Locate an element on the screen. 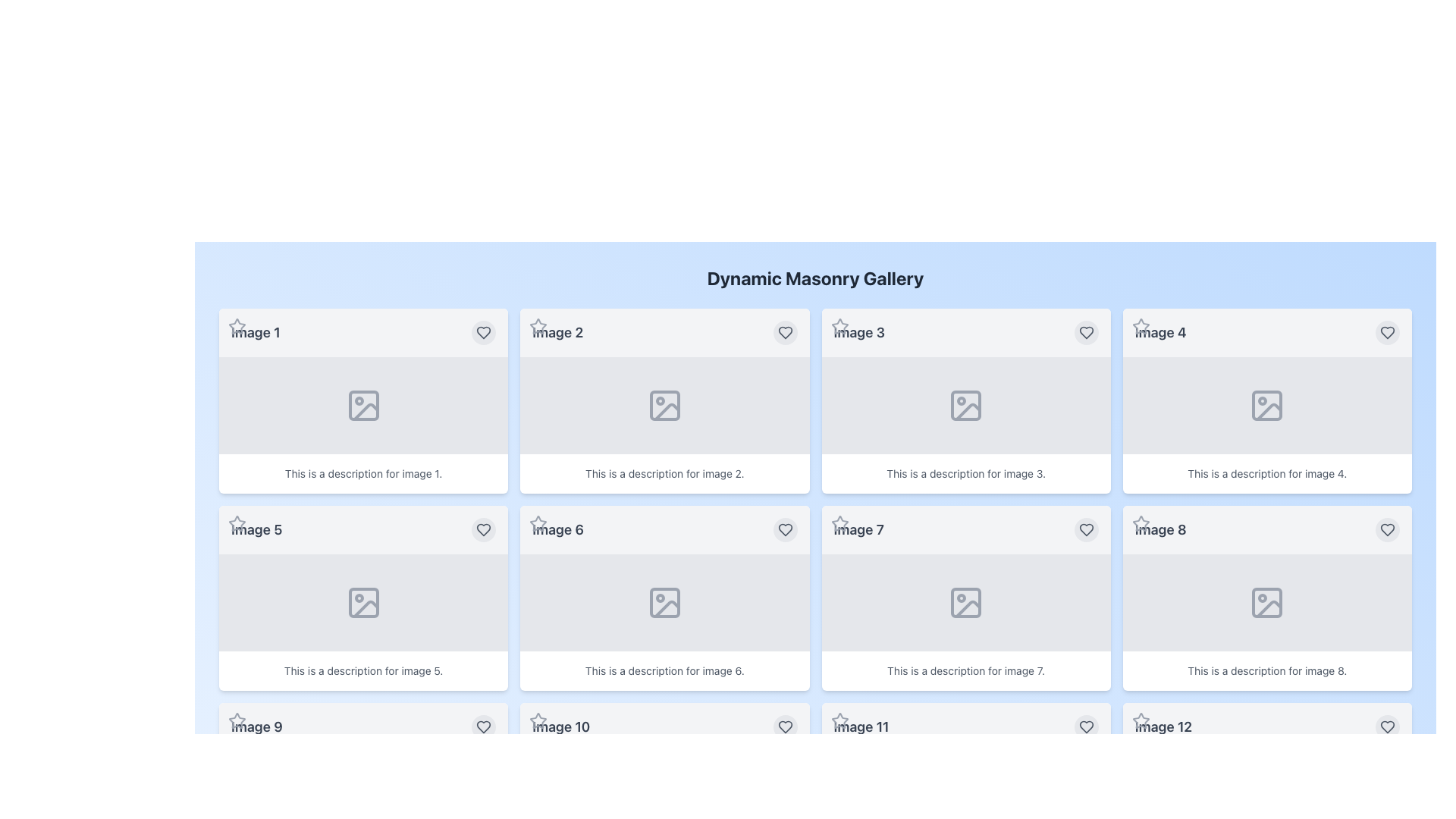 The height and width of the screenshot is (819, 1456). the text label displaying 'Image 4' in gray color is located at coordinates (1159, 332).